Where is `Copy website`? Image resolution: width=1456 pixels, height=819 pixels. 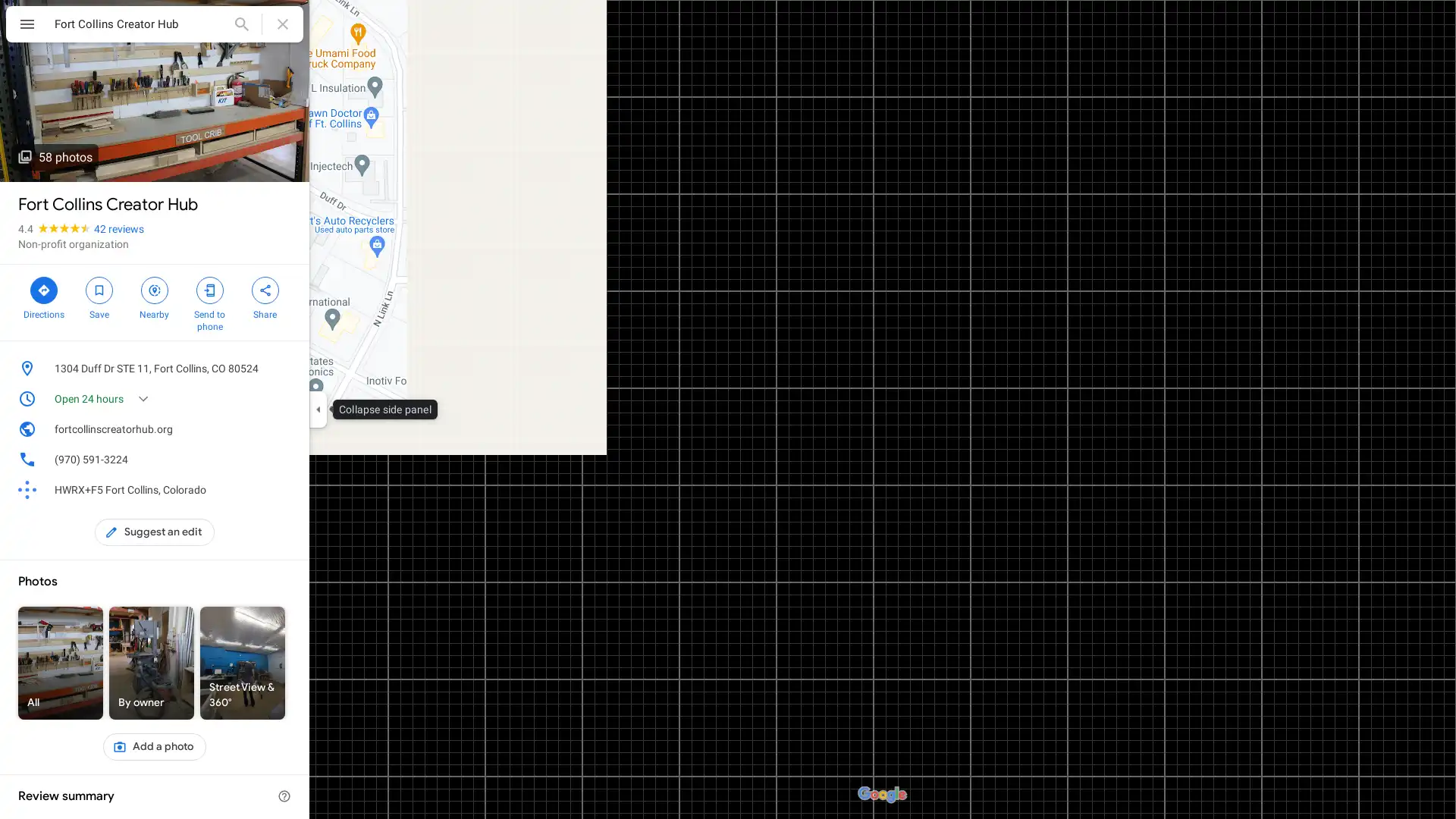
Copy website is located at coordinates (284, 429).